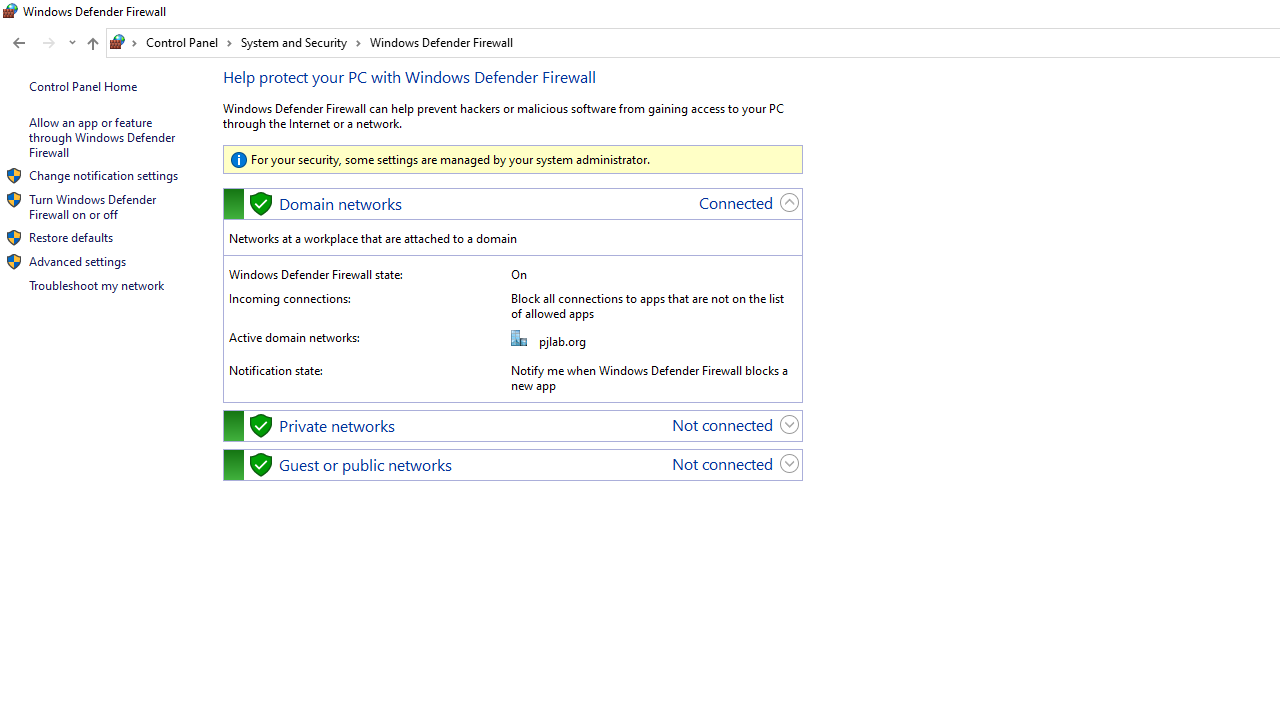  Describe the element at coordinates (123, 42) in the screenshot. I see `'All locations'` at that location.